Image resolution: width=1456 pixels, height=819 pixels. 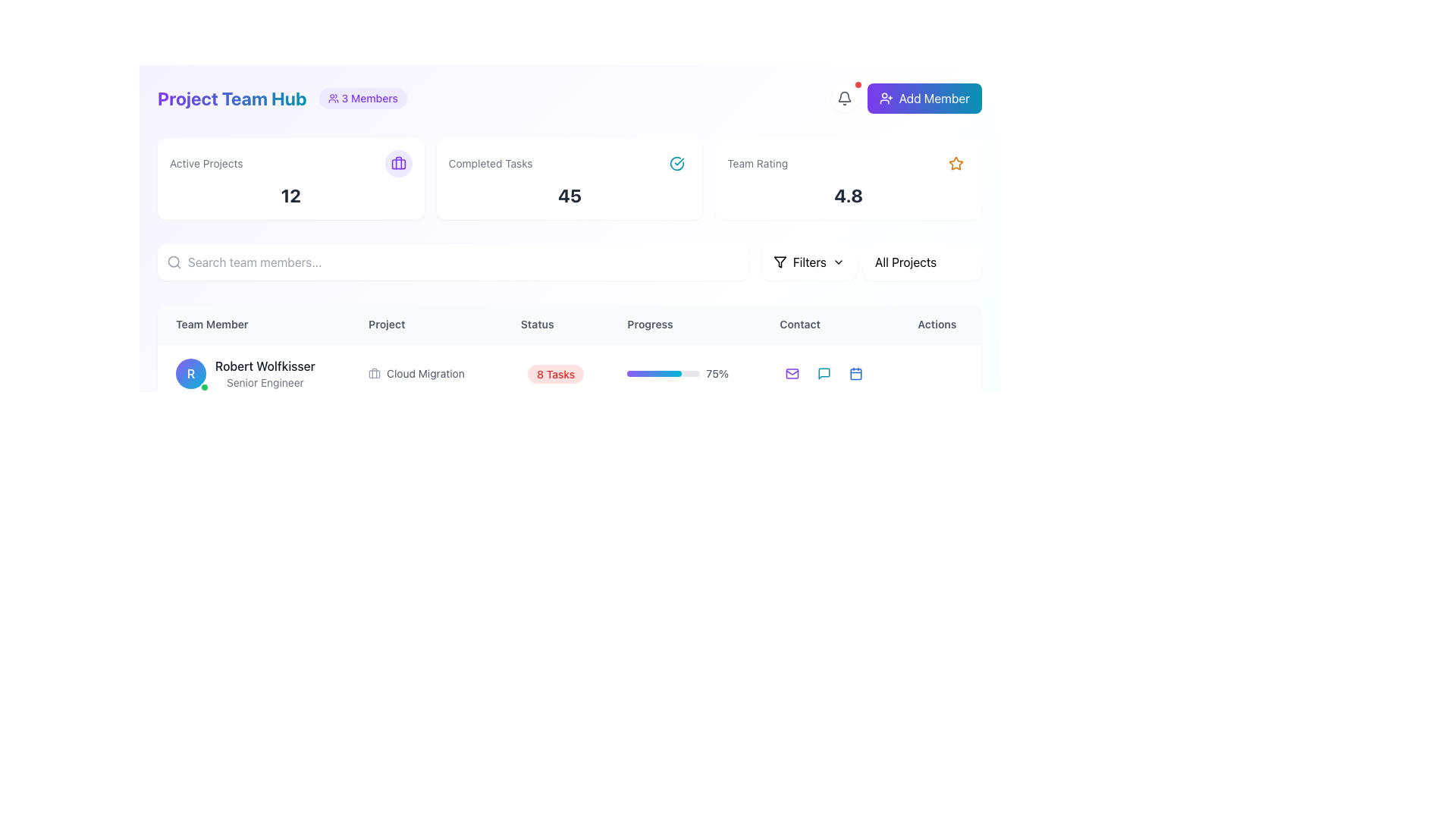 What do you see at coordinates (265, 382) in the screenshot?
I see `the text label conveying the job title of the individual listed below 'Robert Wolfkisser' in the 'Team Member' column` at bounding box center [265, 382].